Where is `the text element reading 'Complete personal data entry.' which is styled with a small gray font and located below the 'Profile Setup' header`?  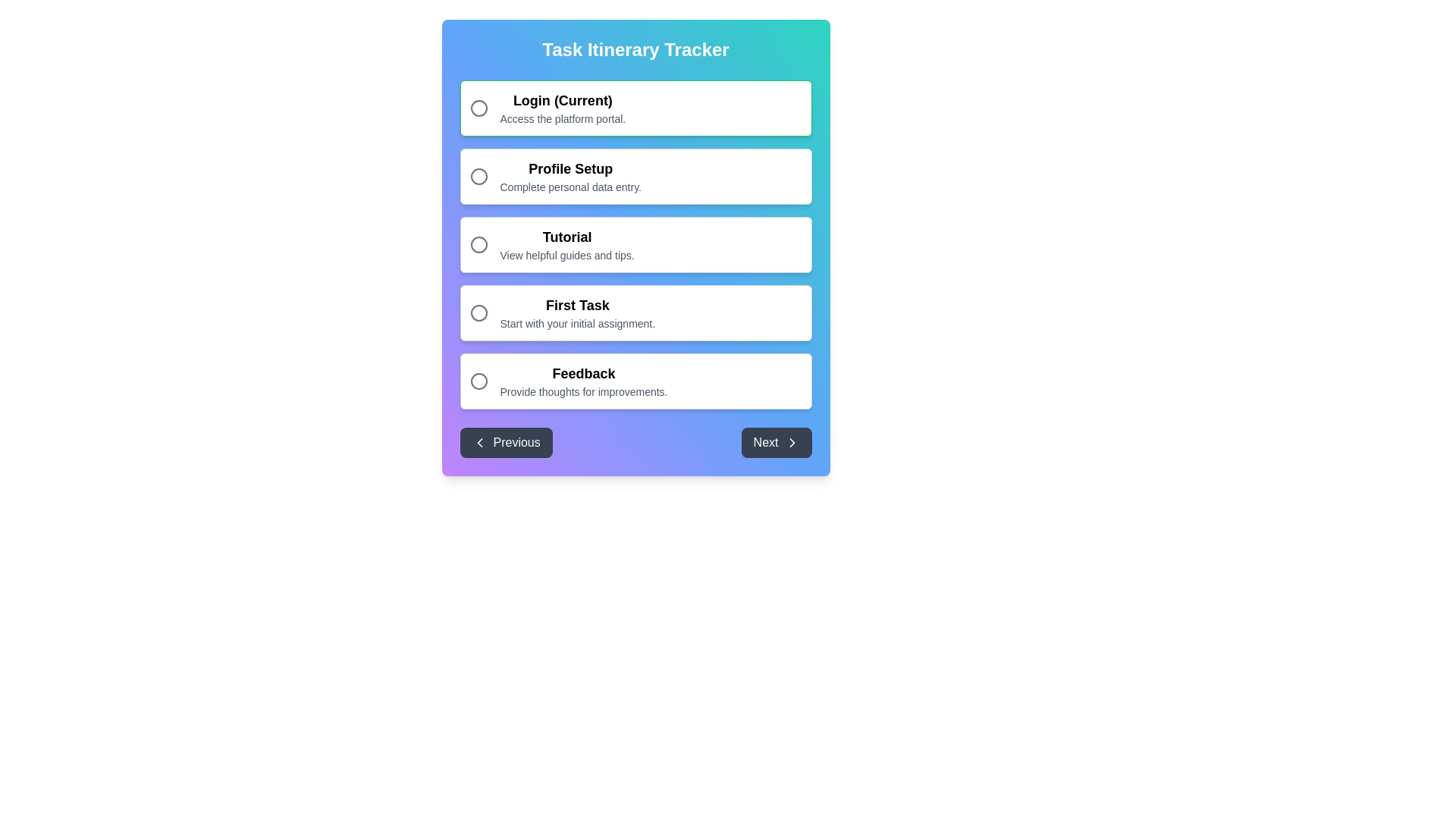
the text element reading 'Complete personal data entry.' which is styled with a small gray font and located below the 'Profile Setup' header is located at coordinates (570, 186).